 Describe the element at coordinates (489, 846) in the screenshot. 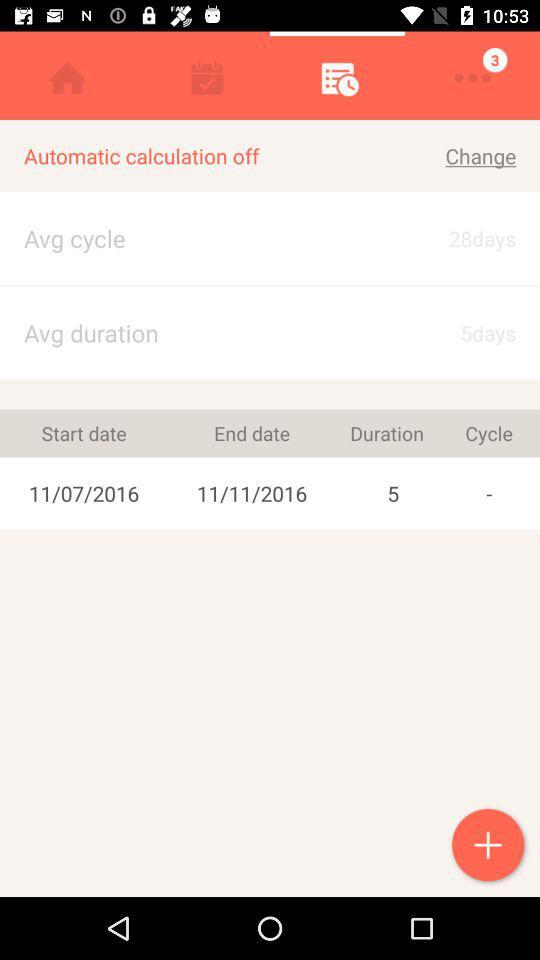

I see `item at the bottom right corner` at that location.